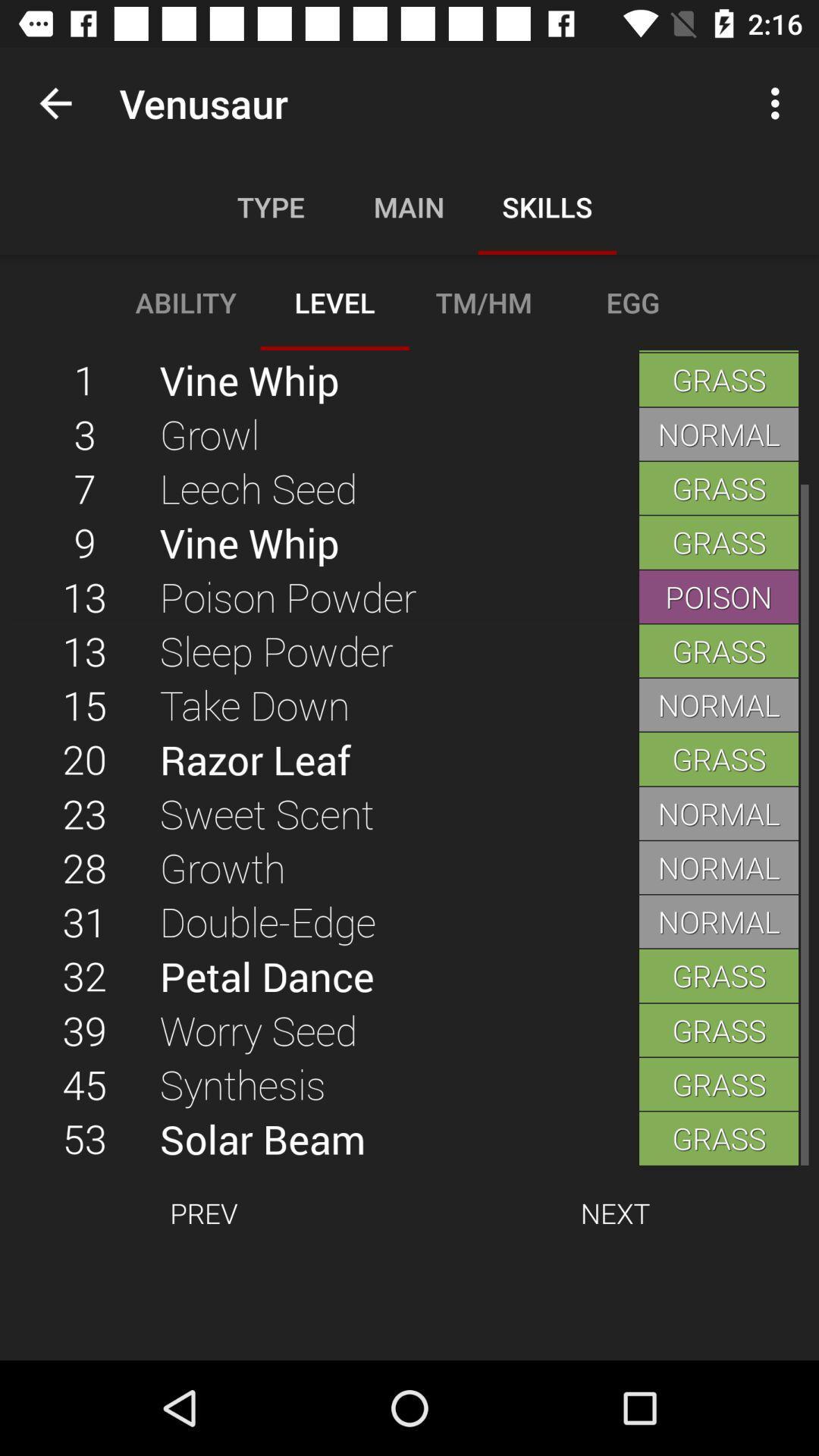  What do you see at coordinates (398, 1138) in the screenshot?
I see `the item next to the 45 icon` at bounding box center [398, 1138].